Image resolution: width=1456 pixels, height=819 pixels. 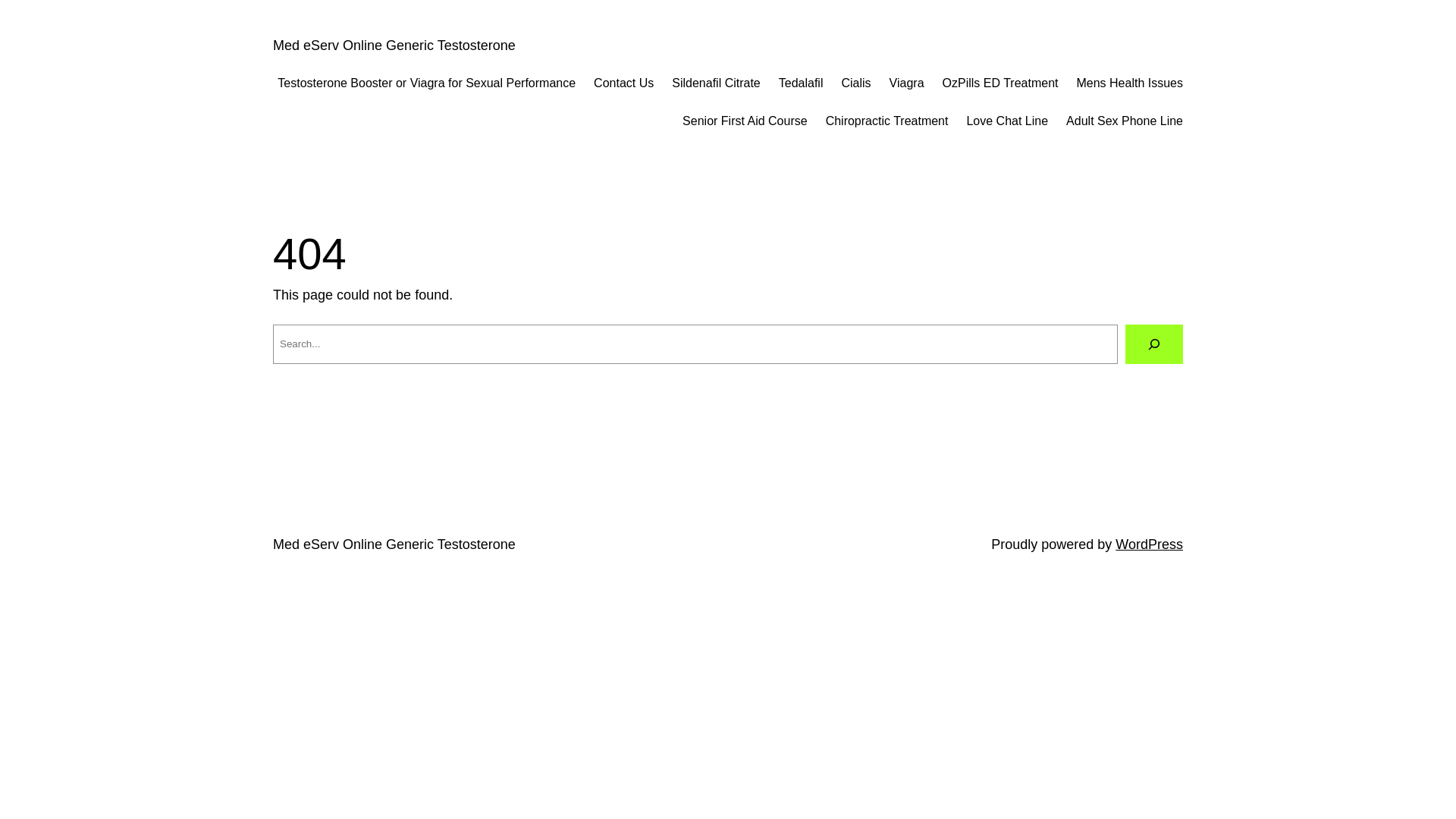 I want to click on 'Viagra', so click(x=906, y=83).